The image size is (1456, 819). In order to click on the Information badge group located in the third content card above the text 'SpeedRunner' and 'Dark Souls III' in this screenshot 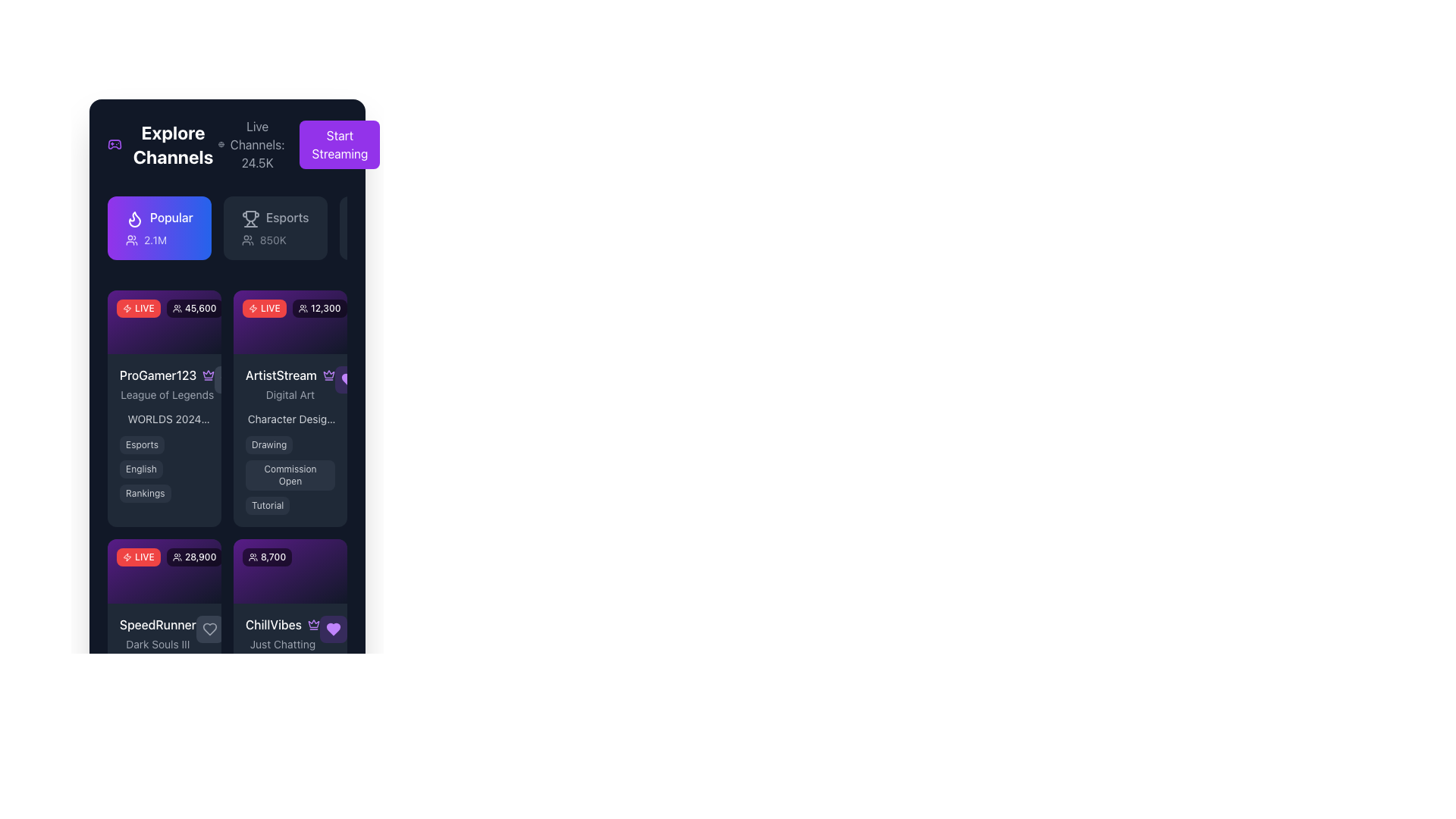, I will do `click(164, 570)`.